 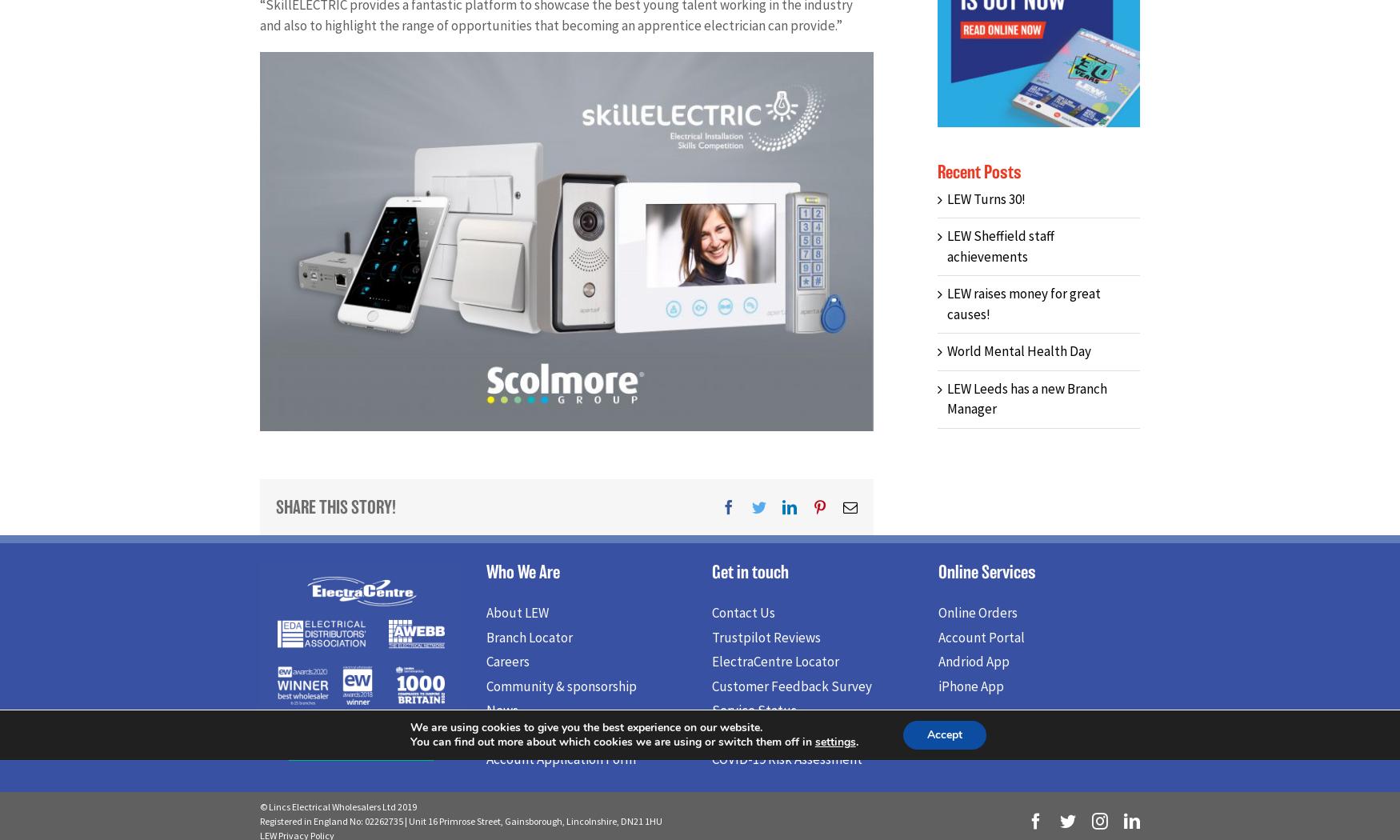 What do you see at coordinates (521, 574) in the screenshot?
I see `'Who We Are'` at bounding box center [521, 574].